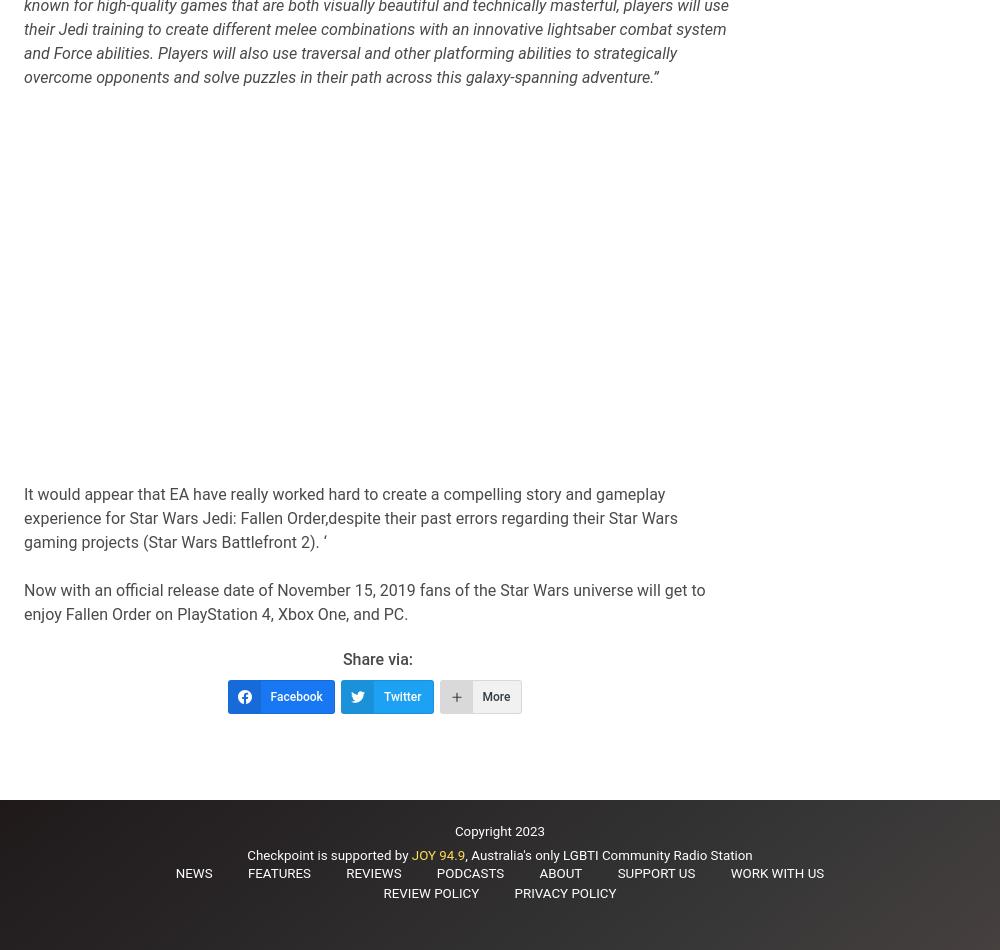  Describe the element at coordinates (328, 854) in the screenshot. I see `'Checkpoint is supported by'` at that location.